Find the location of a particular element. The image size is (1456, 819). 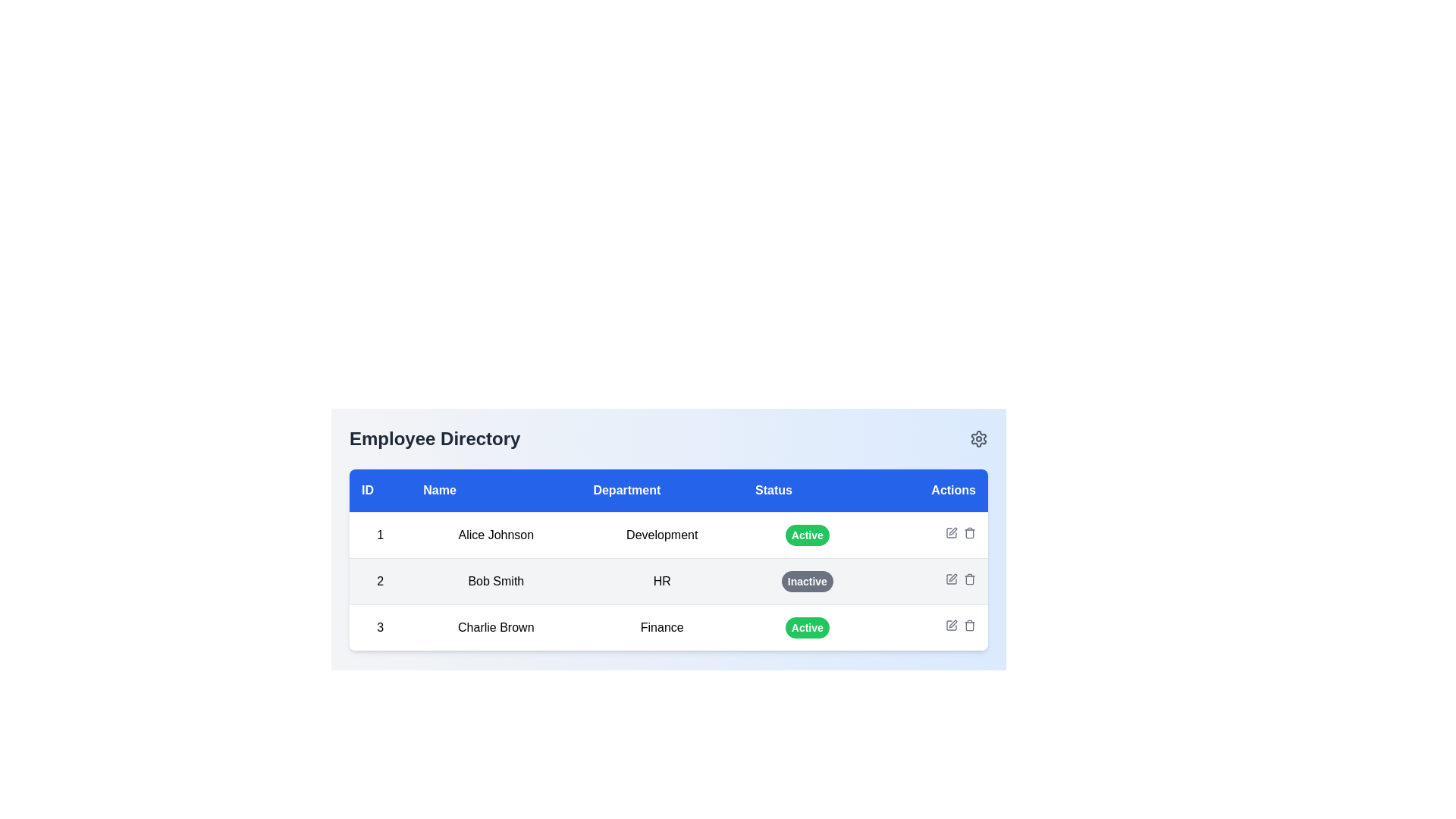

the text label displaying 'Bob Smith' in the second column of the table under the 'Name' label is located at coordinates (496, 581).